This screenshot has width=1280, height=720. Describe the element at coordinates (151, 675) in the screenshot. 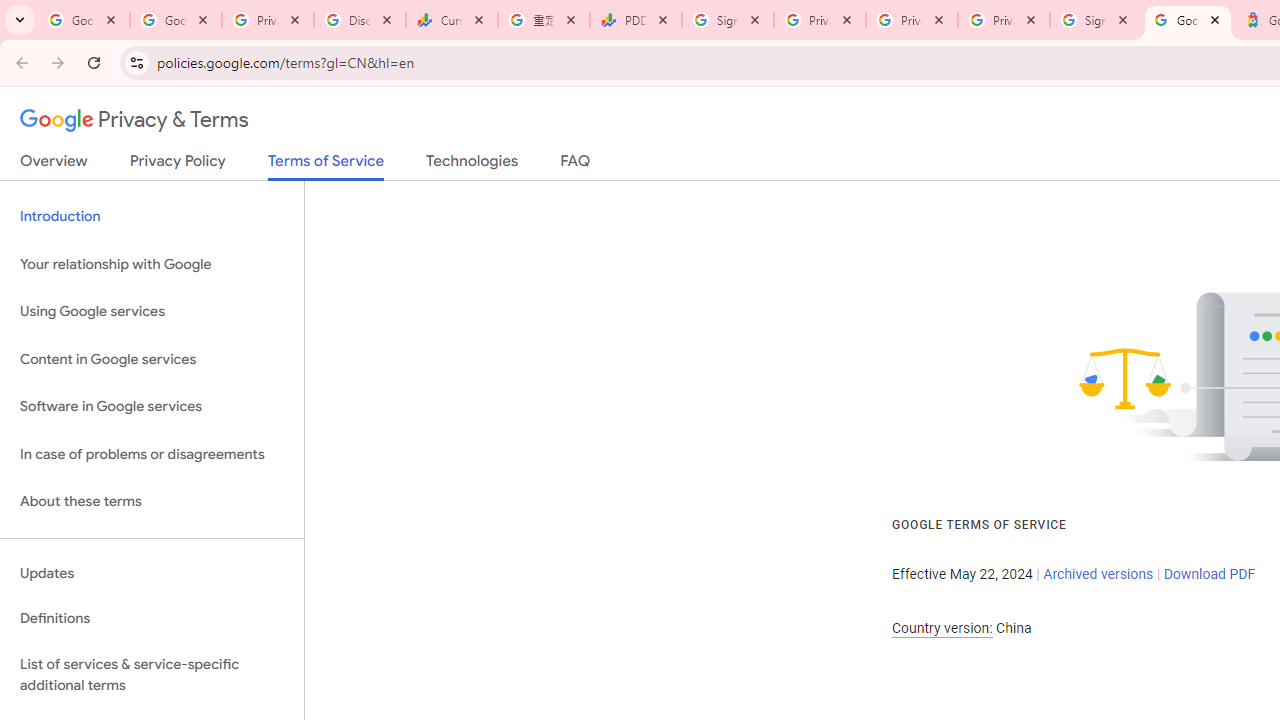

I see `'List of services & service-specific additional terms'` at that location.